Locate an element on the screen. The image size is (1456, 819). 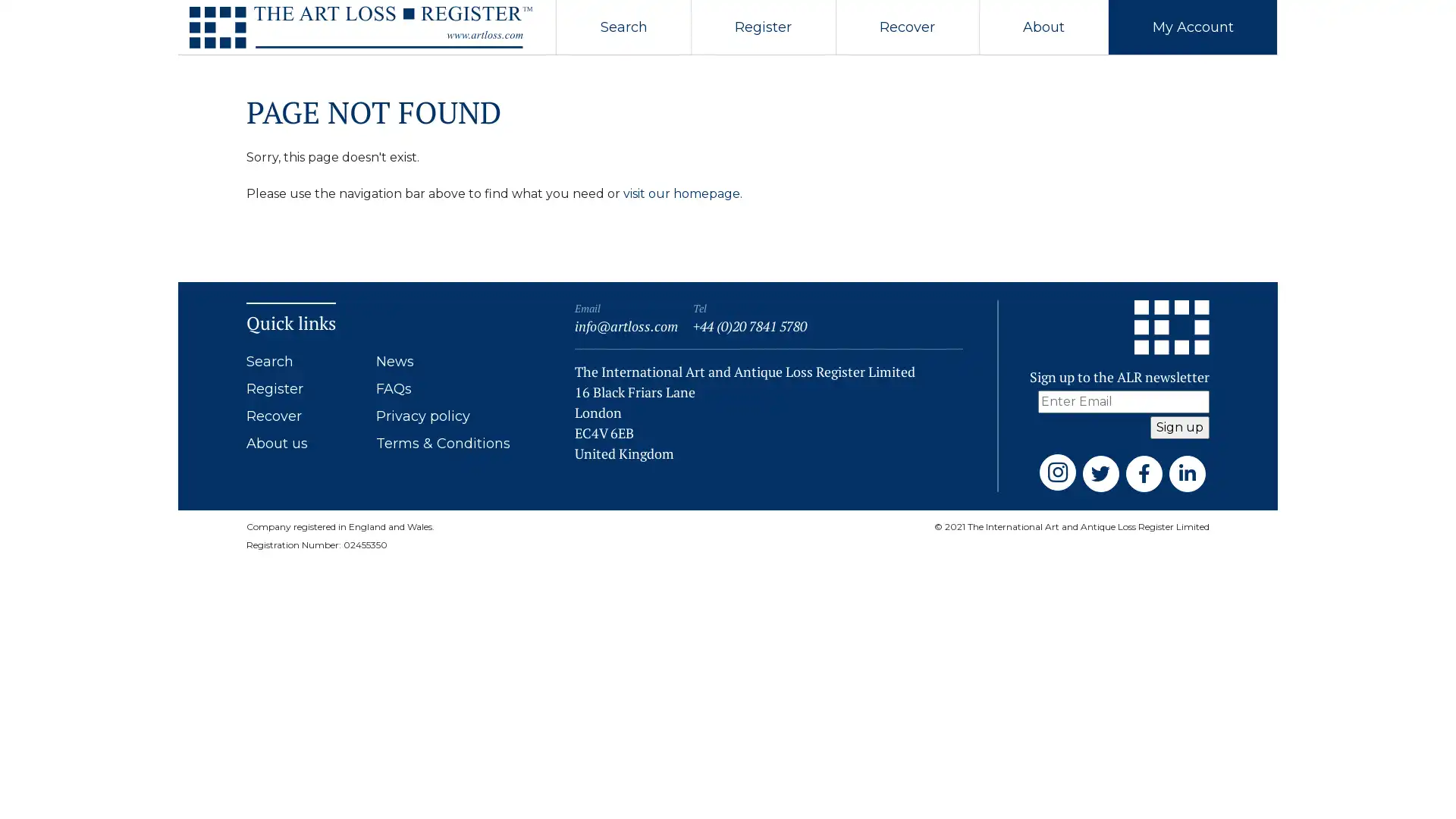
Sign up is located at coordinates (1178, 427).